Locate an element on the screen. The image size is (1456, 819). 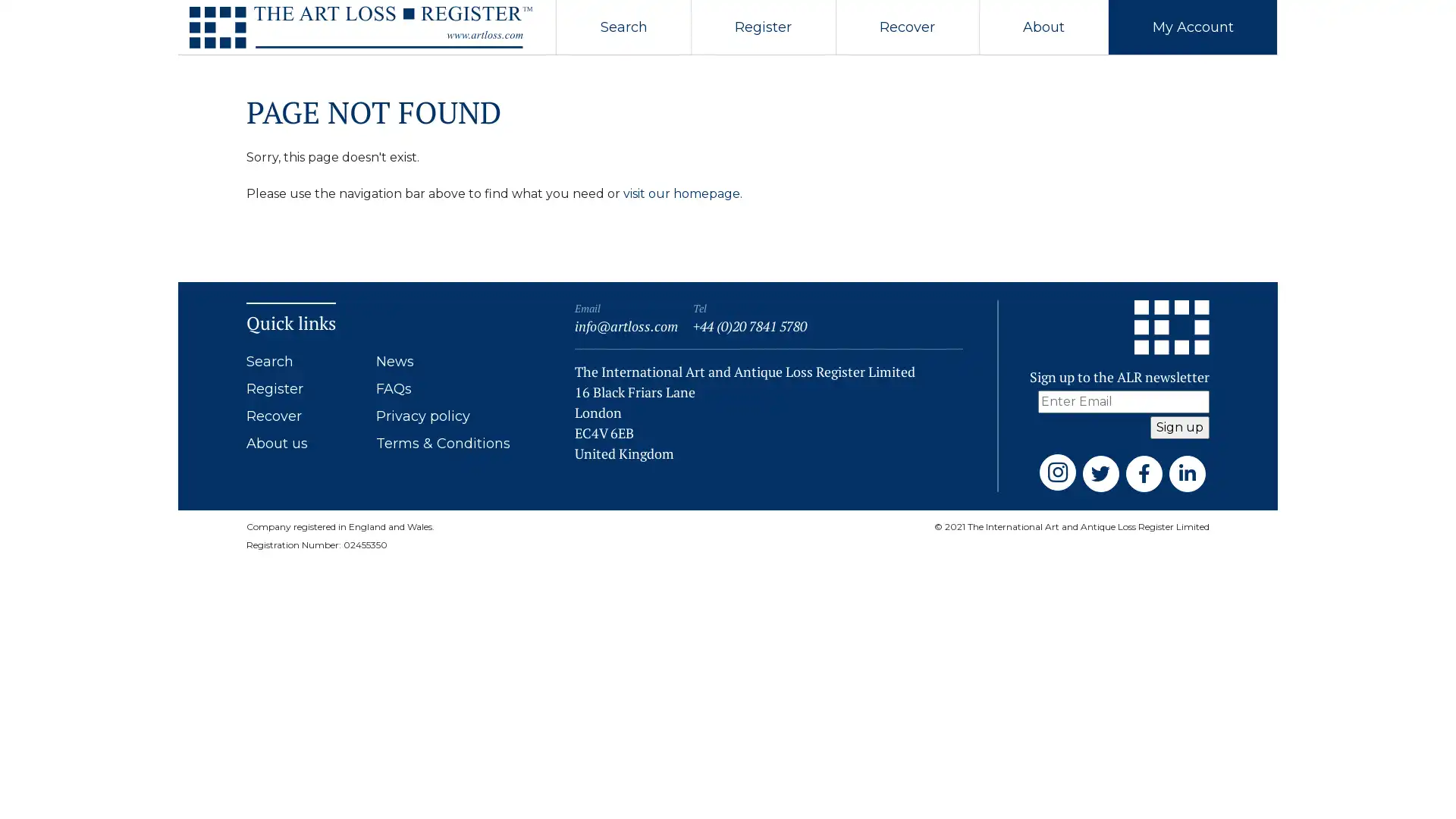
Sign up is located at coordinates (1178, 427).